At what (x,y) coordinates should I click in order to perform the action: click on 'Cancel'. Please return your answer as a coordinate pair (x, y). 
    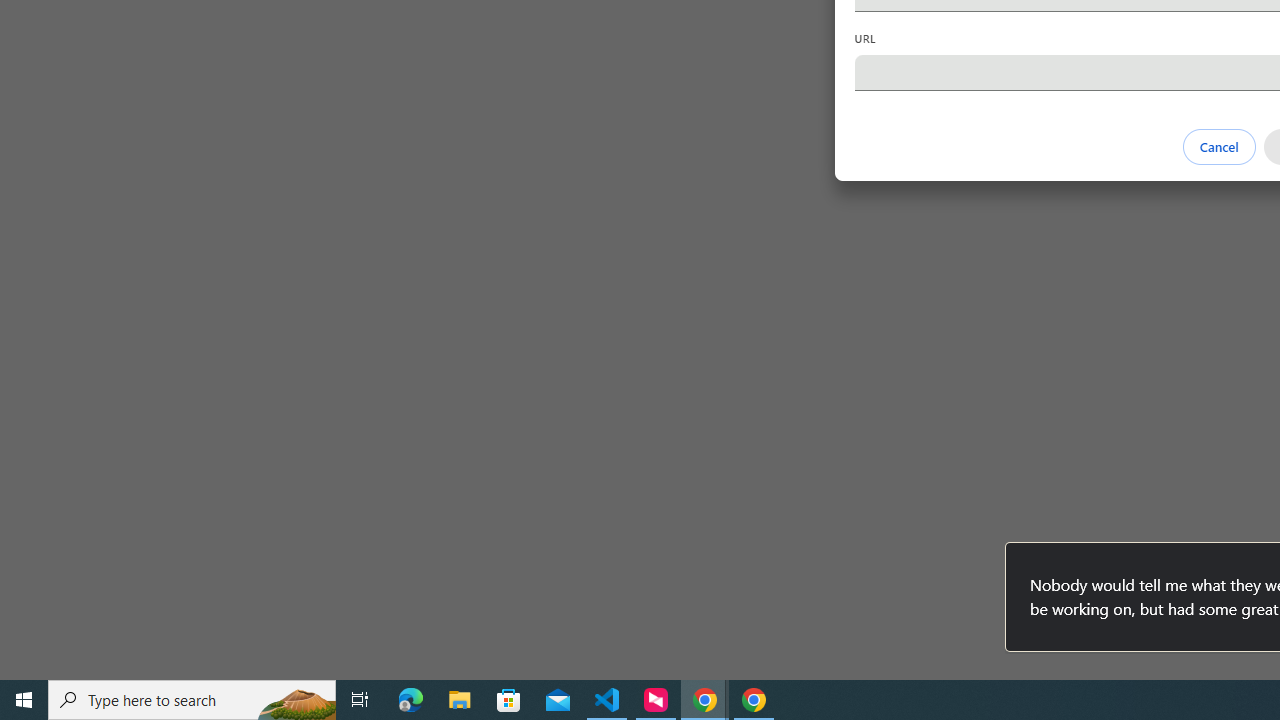
    Looking at the image, I should click on (1217, 145).